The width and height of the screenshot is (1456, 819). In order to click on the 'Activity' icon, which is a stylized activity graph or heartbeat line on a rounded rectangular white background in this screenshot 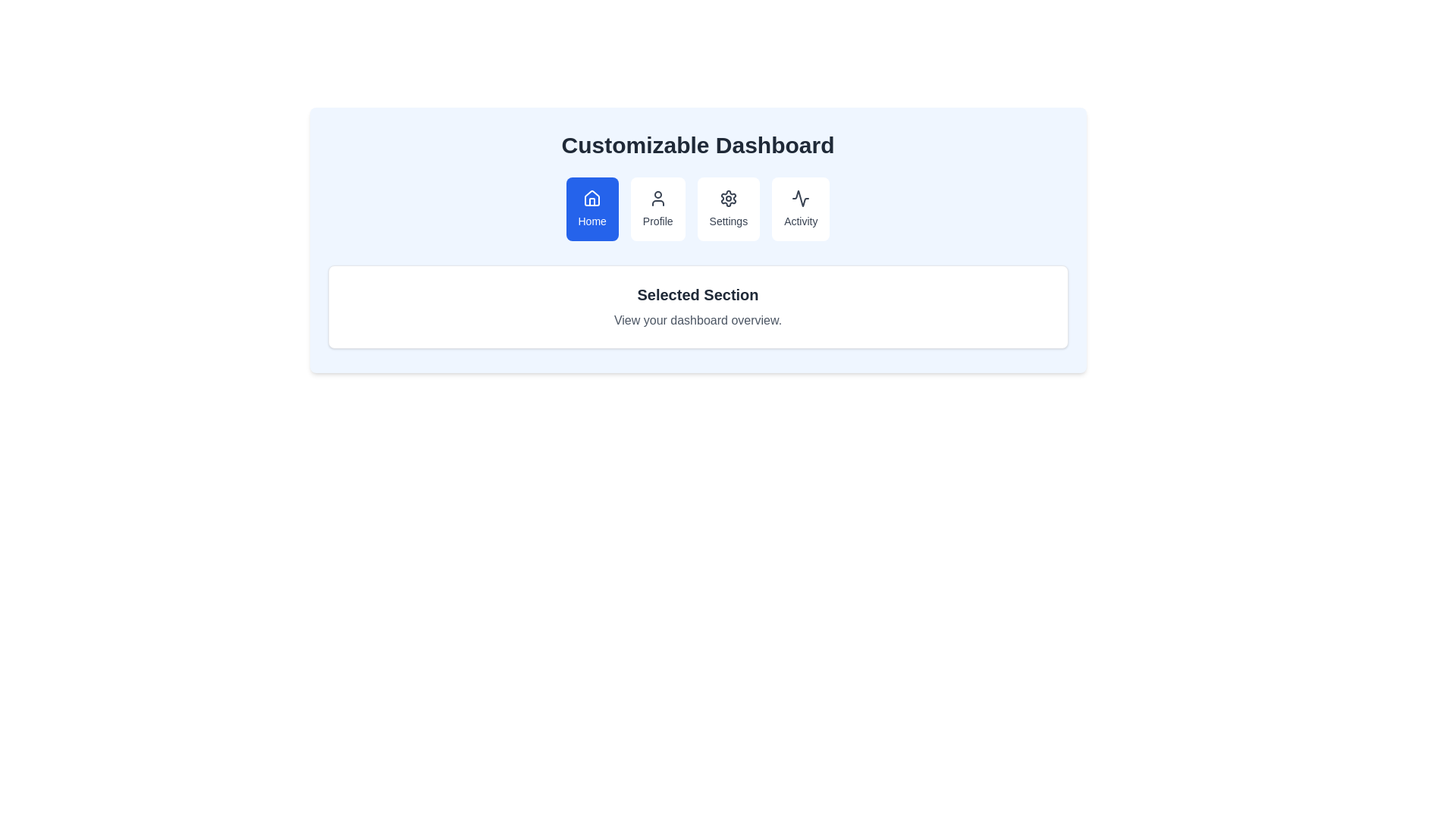, I will do `click(800, 198)`.